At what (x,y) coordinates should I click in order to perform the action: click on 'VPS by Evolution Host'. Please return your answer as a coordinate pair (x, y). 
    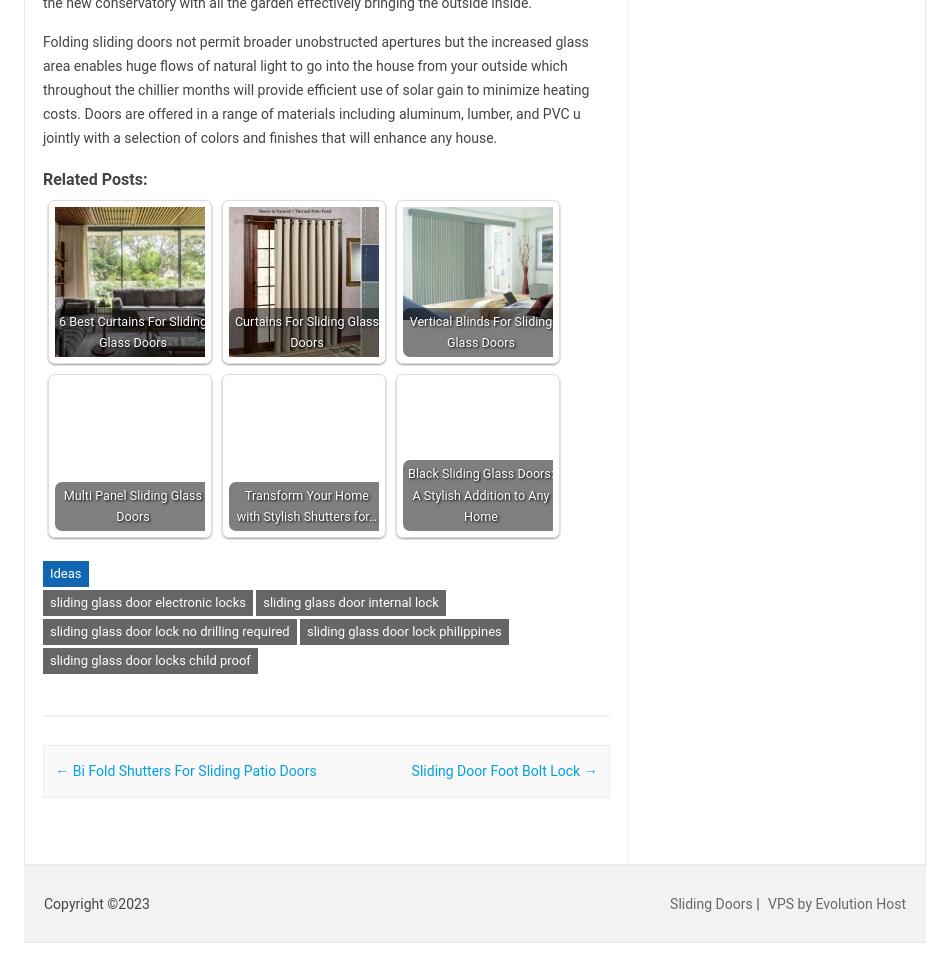
    Looking at the image, I should click on (836, 902).